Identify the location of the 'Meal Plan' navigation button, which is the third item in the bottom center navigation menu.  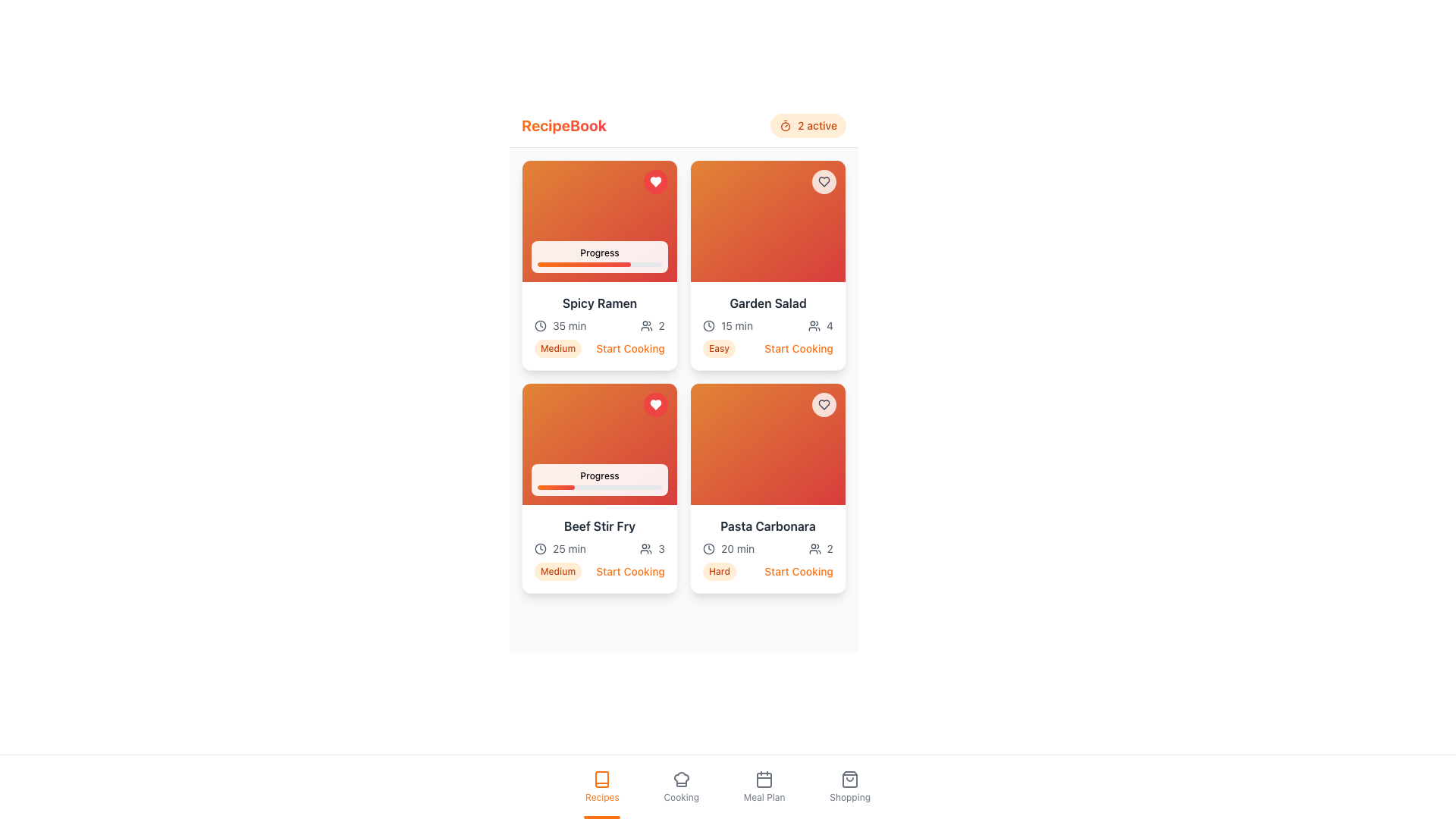
(728, 786).